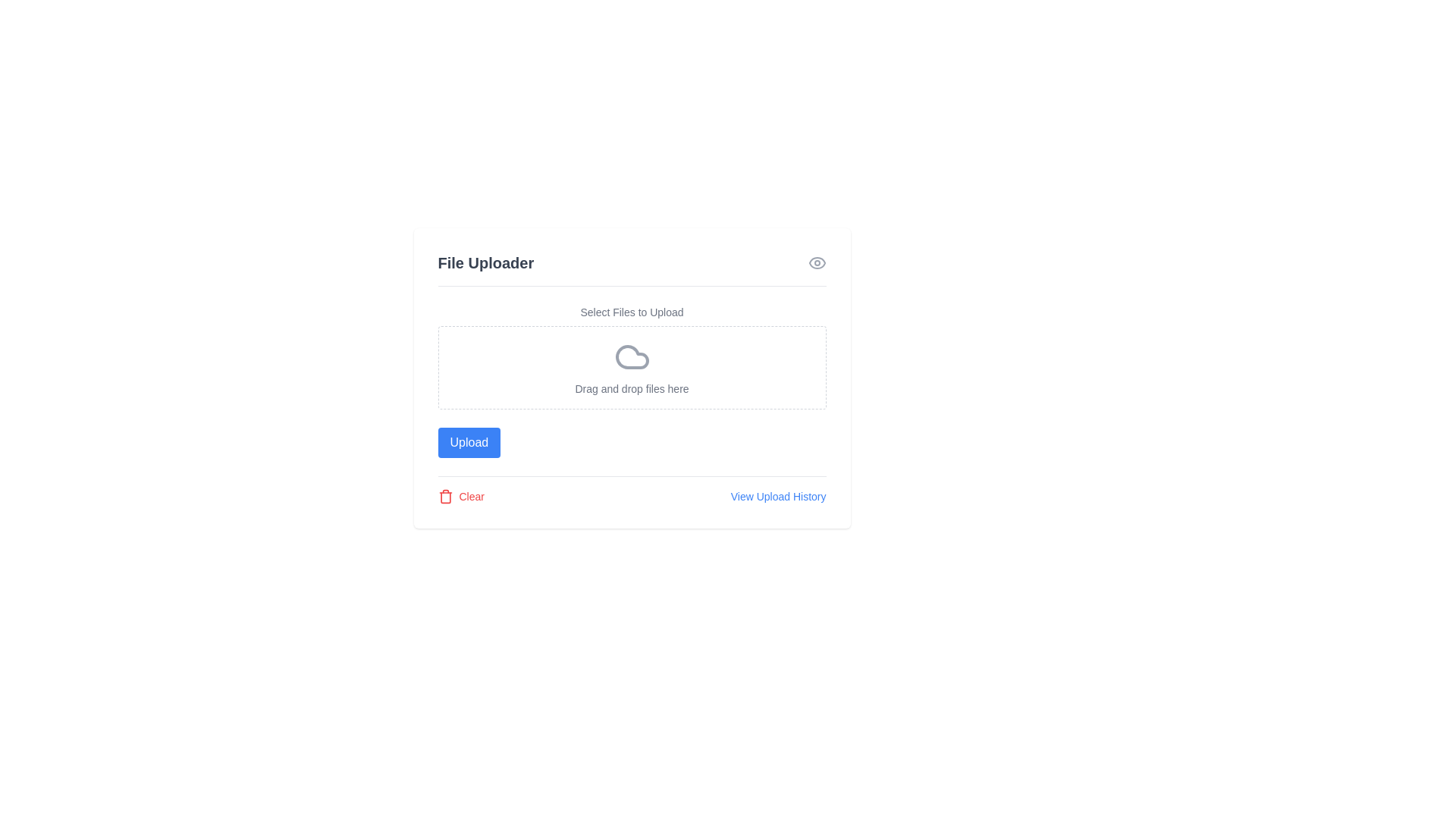 This screenshot has width=1456, height=819. I want to click on the file upload icon located in the center of the 'Drag and drop files here' section, which visually represents cloud storage functionality, so click(632, 356).